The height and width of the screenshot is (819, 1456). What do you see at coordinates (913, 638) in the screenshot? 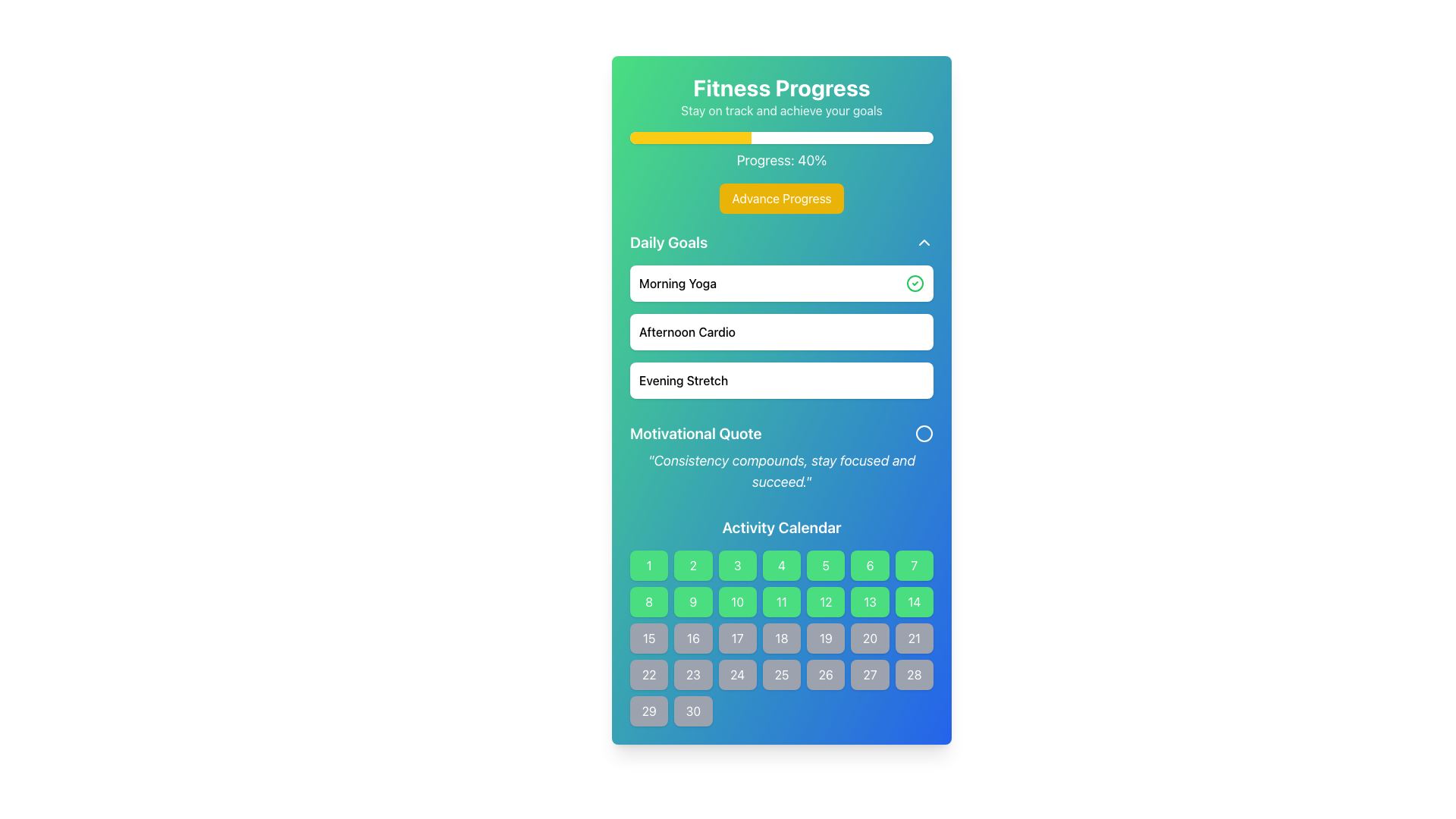
I see `the date label for the 21st in the Activity Calendar grid` at bounding box center [913, 638].